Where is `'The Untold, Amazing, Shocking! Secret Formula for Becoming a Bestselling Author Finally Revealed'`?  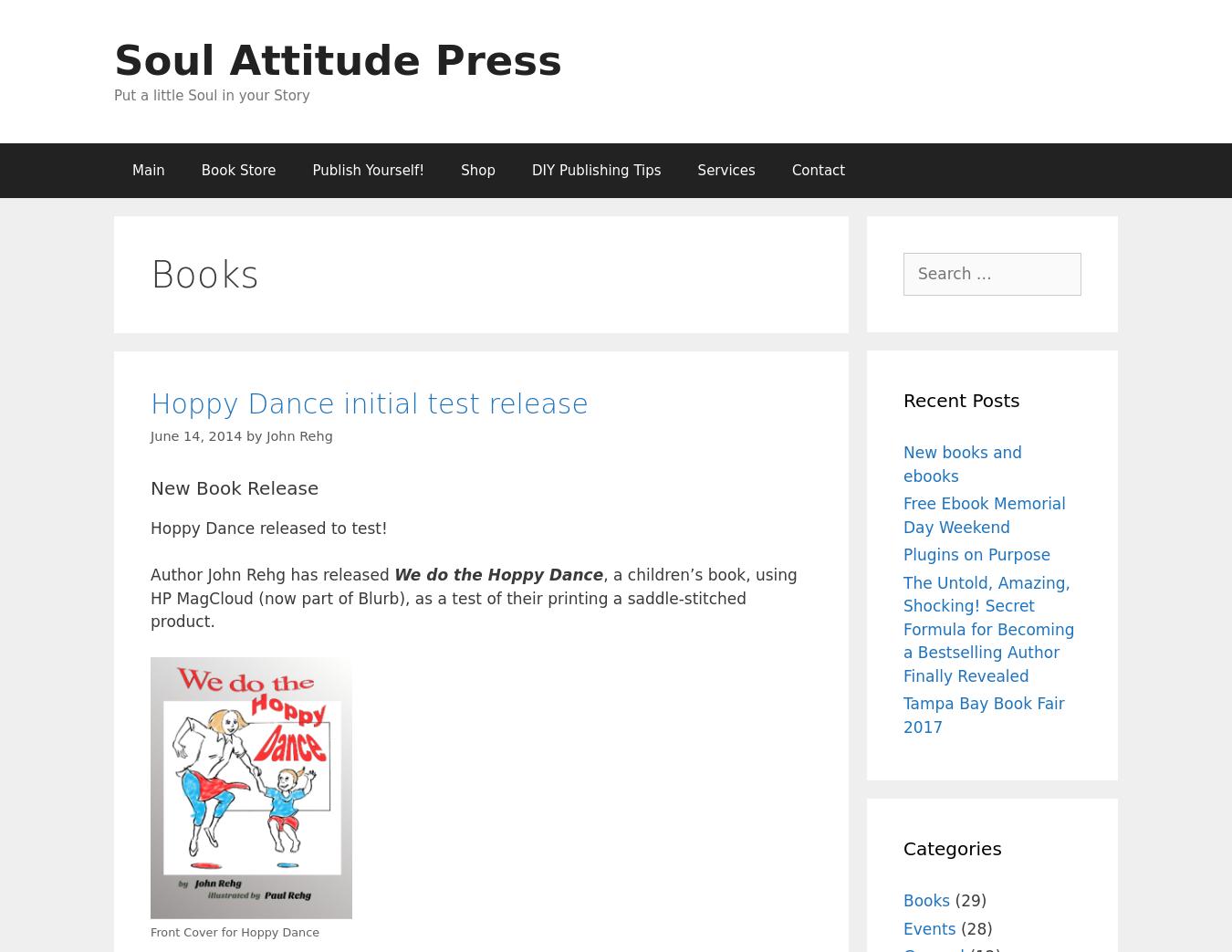 'The Untold, Amazing, Shocking! Secret Formula for Becoming a Bestselling Author Finally Revealed' is located at coordinates (988, 629).